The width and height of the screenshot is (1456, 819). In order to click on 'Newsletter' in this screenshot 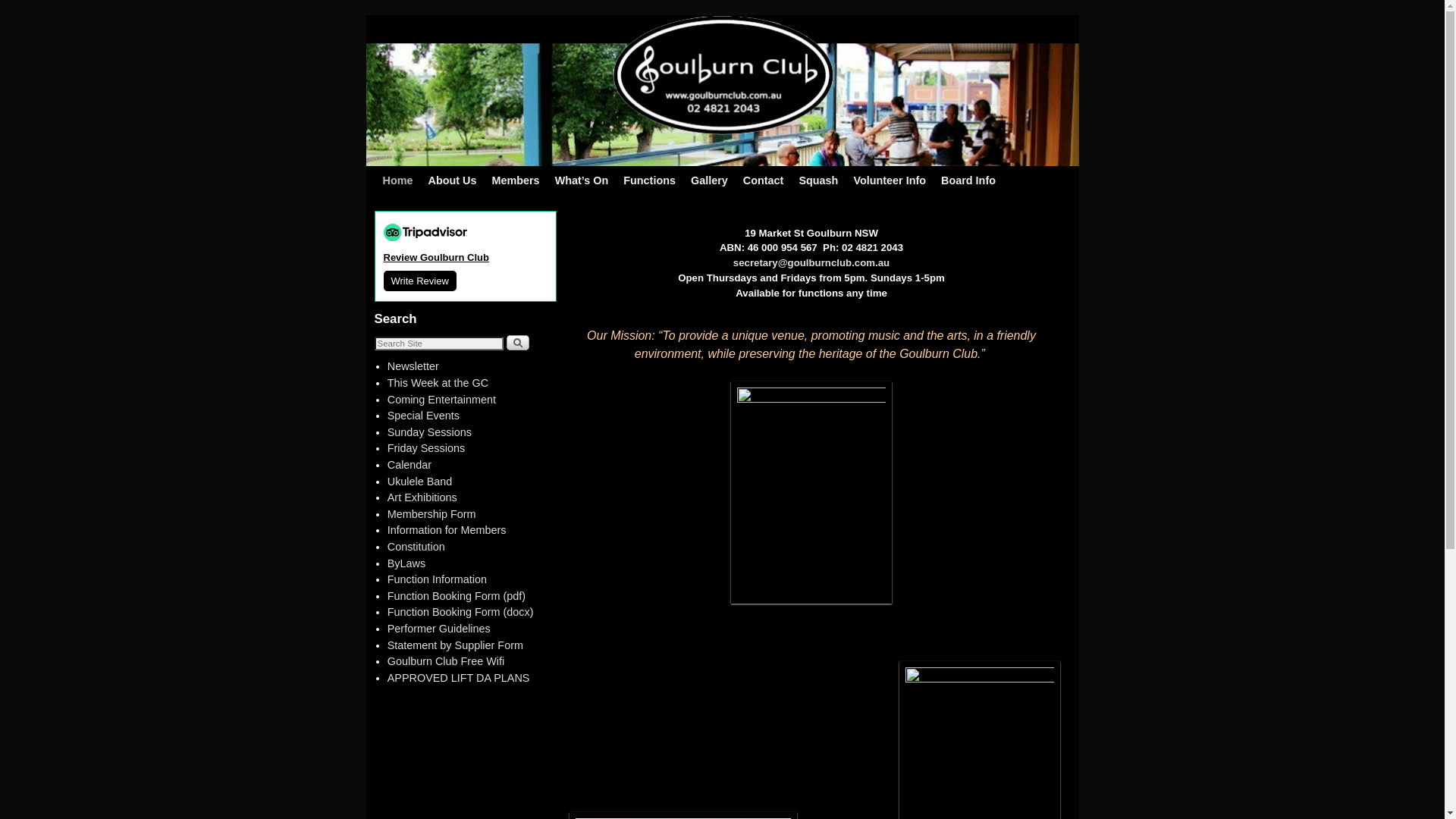, I will do `click(387, 366)`.